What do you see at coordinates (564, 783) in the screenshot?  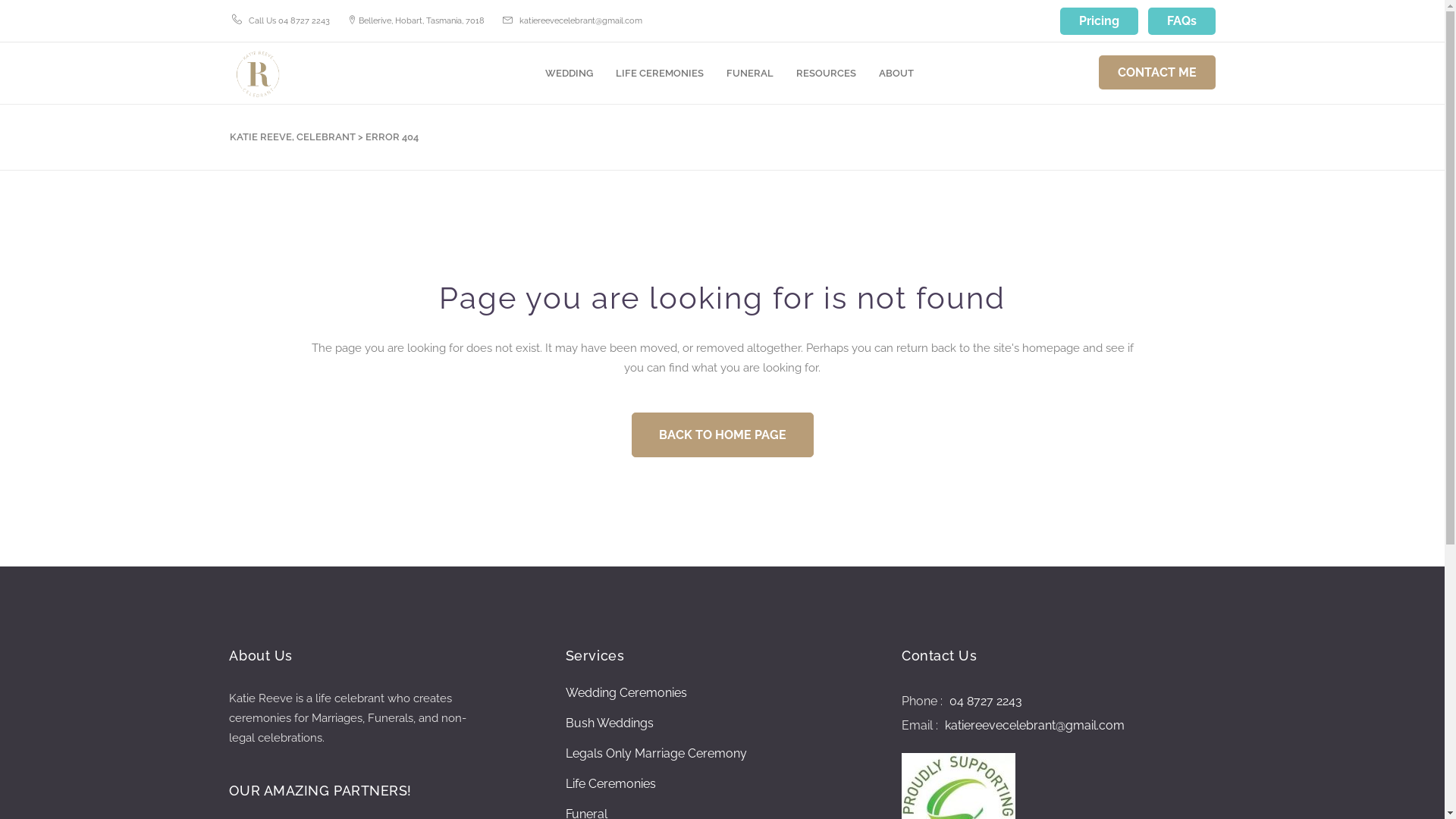 I see `'Life Ceremonies'` at bounding box center [564, 783].